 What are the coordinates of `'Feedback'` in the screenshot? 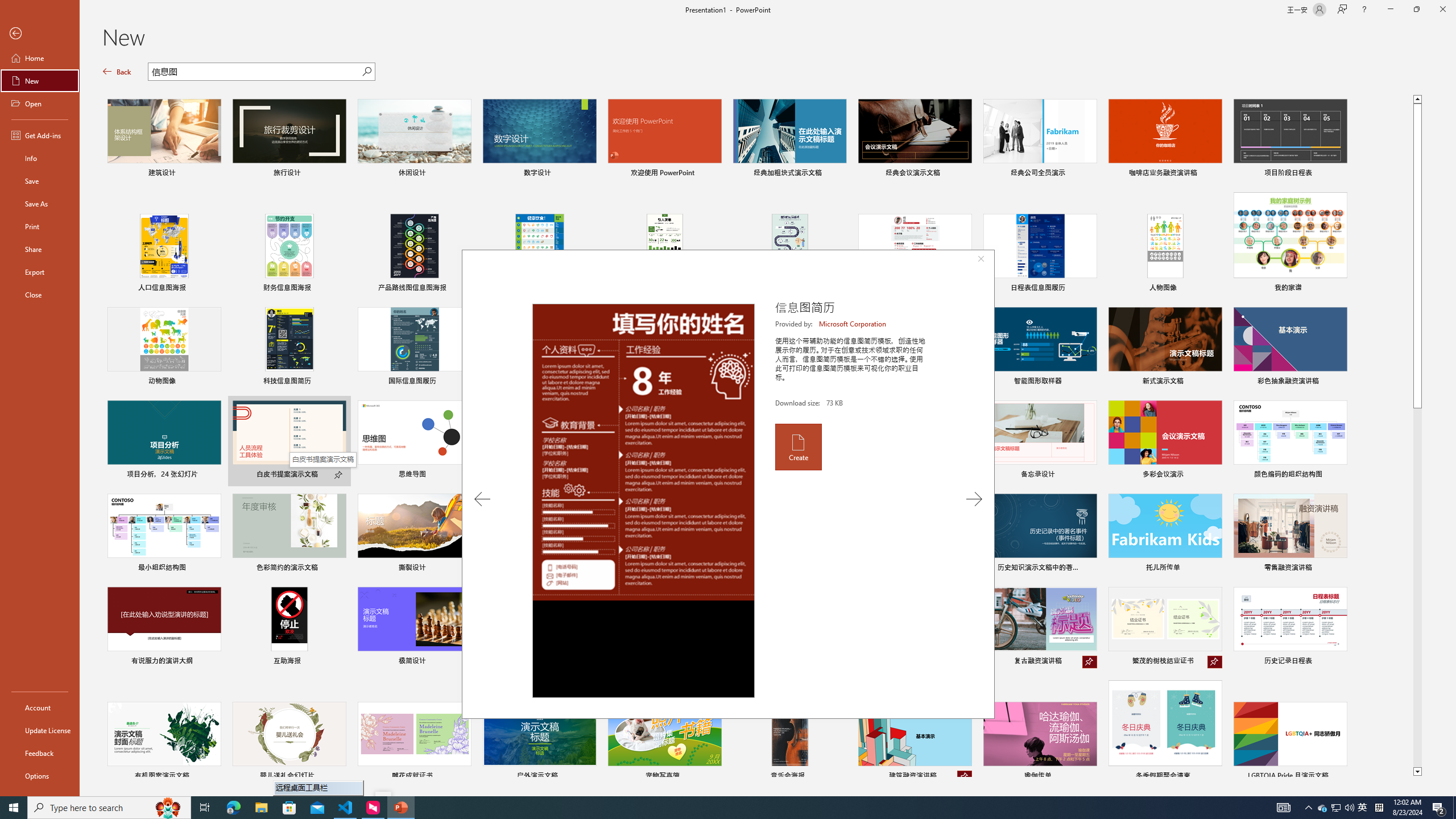 It's located at (39, 753).